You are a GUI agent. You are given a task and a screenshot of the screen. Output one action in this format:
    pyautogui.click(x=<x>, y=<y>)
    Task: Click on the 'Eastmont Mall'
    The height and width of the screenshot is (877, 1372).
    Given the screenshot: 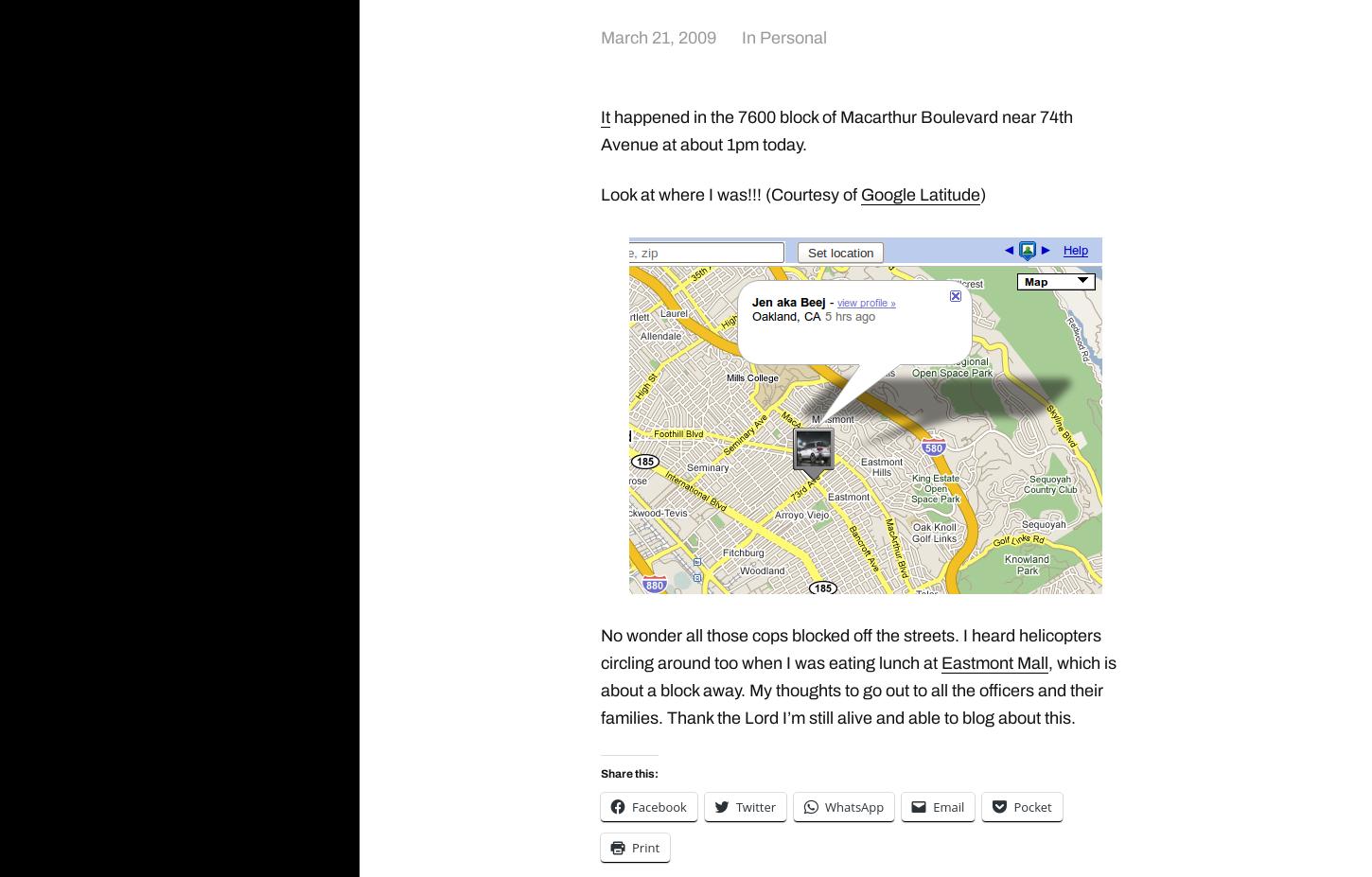 What is the action you would take?
    pyautogui.click(x=994, y=660)
    